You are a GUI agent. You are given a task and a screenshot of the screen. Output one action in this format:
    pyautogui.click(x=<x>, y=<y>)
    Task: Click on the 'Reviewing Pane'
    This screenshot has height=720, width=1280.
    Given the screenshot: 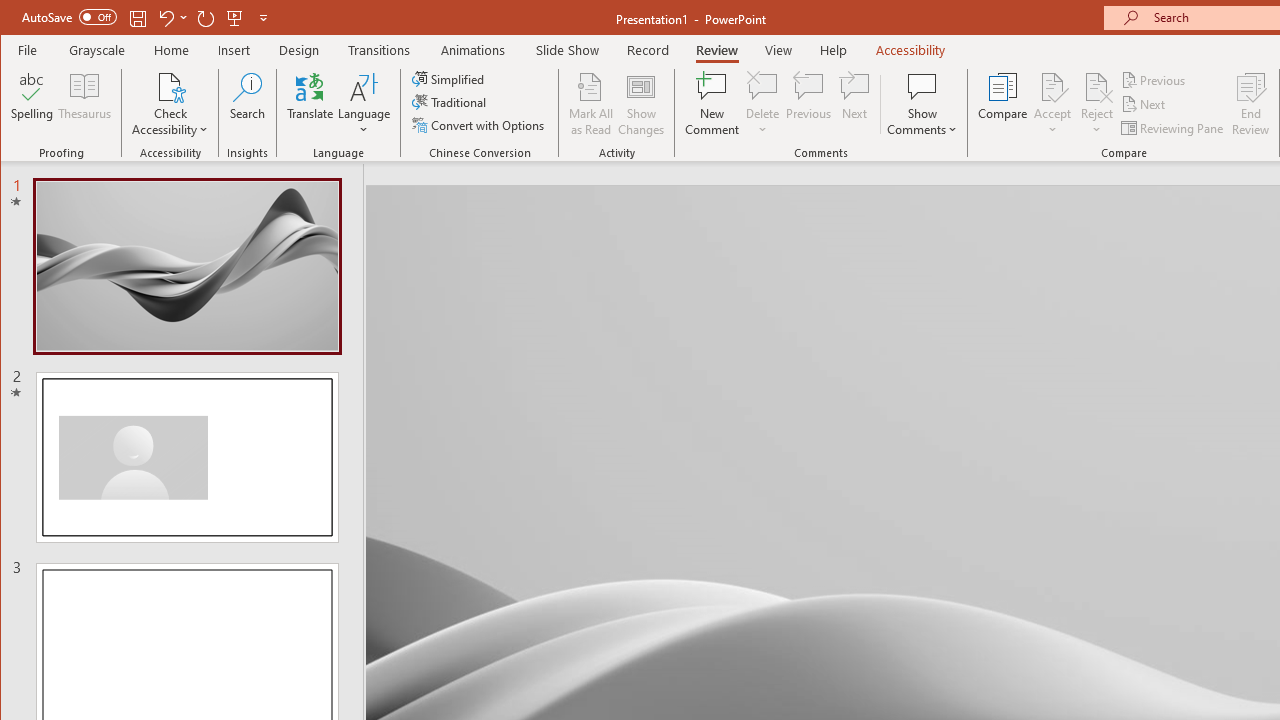 What is the action you would take?
    pyautogui.click(x=1173, y=128)
    